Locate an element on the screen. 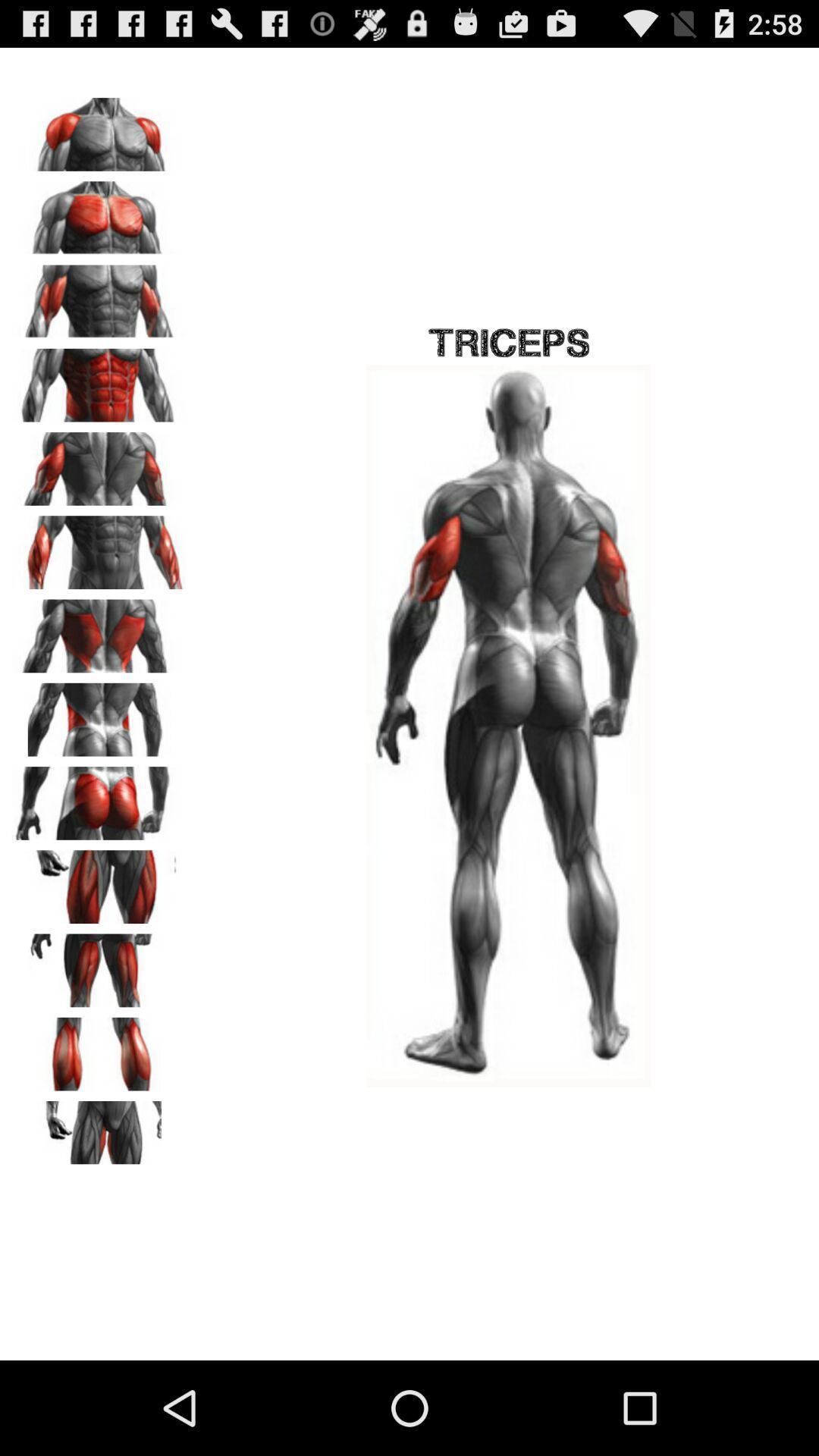 The image size is (819, 1456). display muscle group is located at coordinates (99, 1048).